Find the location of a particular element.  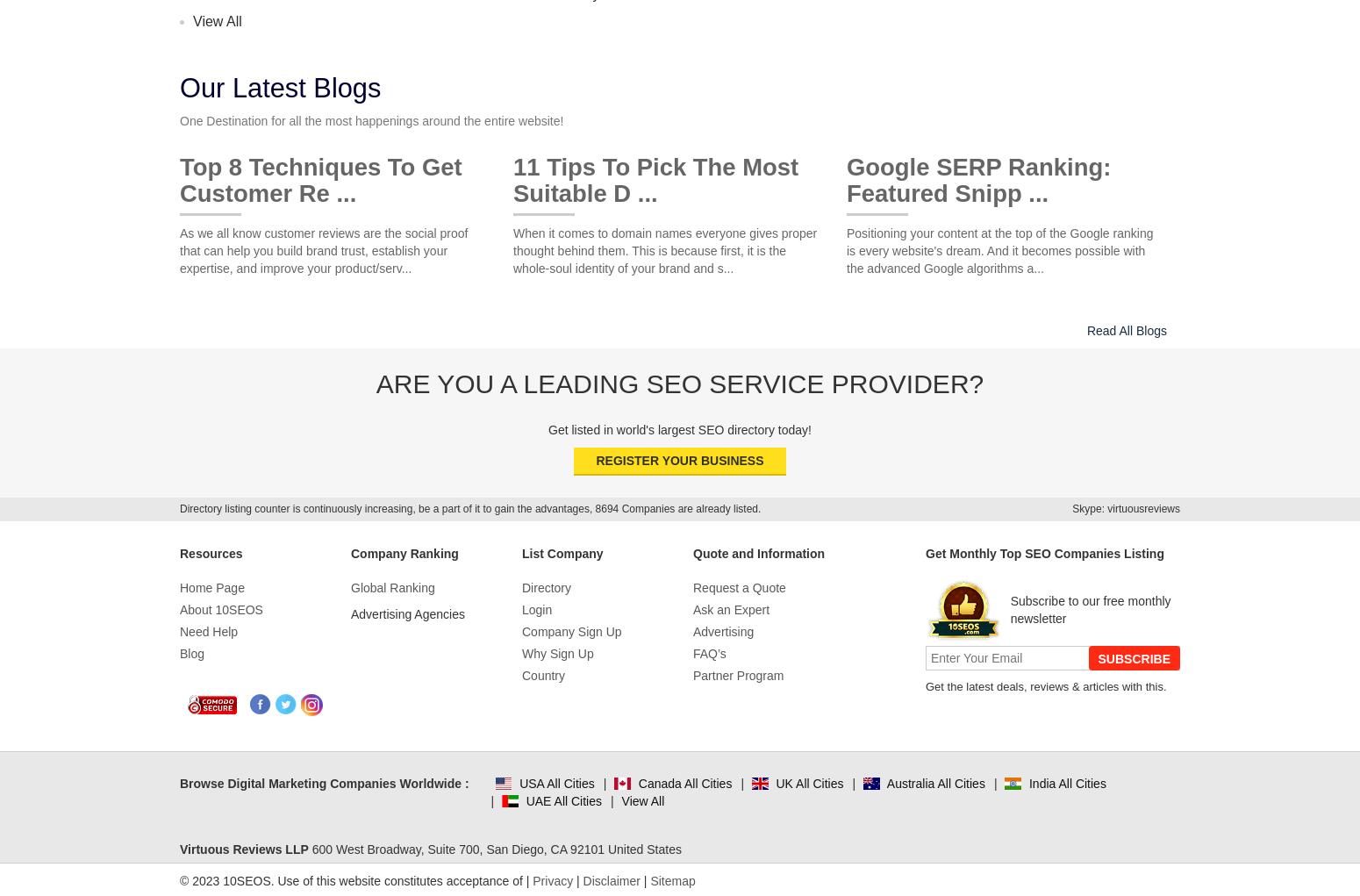

'Disclaimer' is located at coordinates (610, 880).